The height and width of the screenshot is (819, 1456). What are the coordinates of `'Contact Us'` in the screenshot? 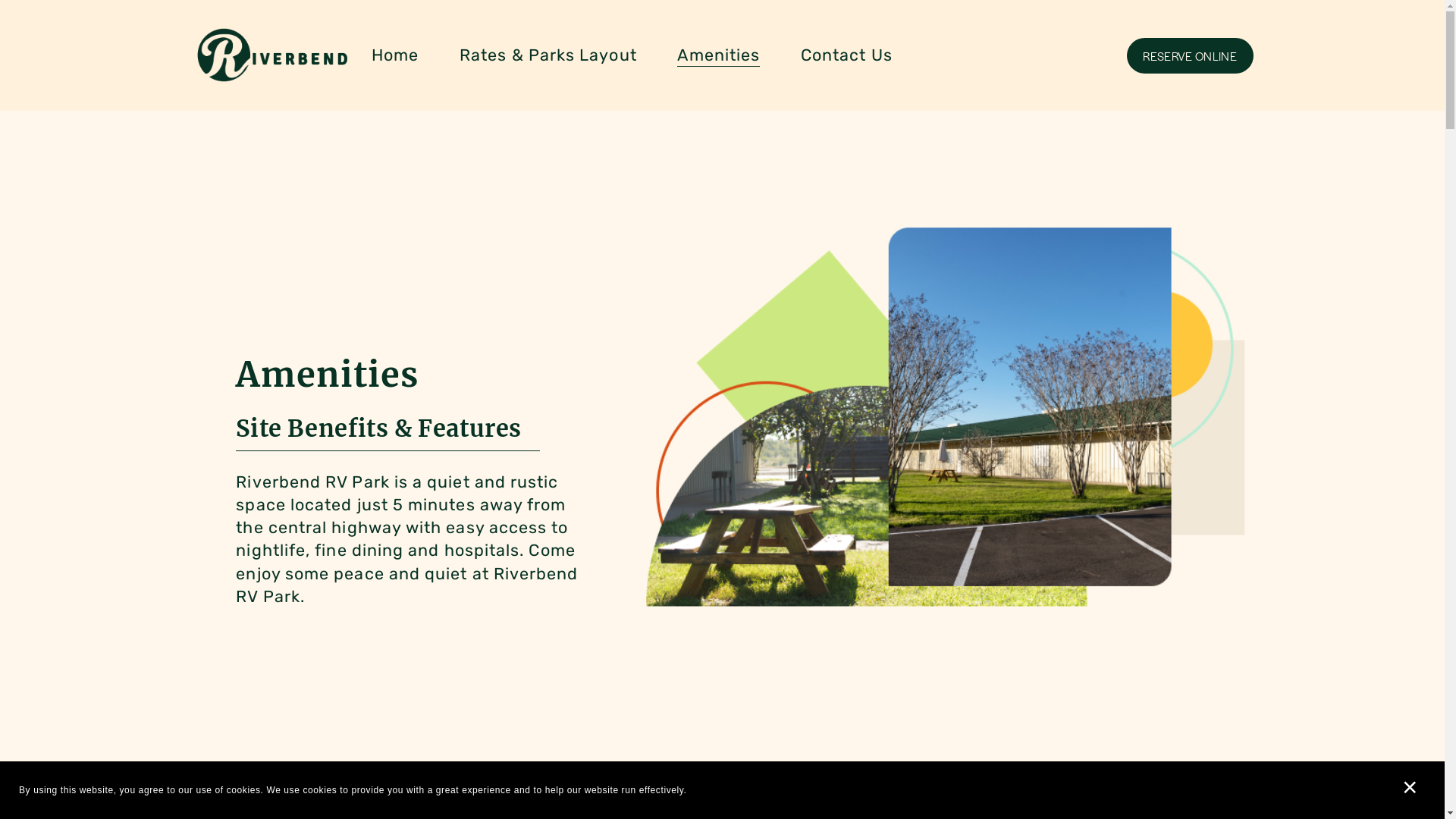 It's located at (846, 55).